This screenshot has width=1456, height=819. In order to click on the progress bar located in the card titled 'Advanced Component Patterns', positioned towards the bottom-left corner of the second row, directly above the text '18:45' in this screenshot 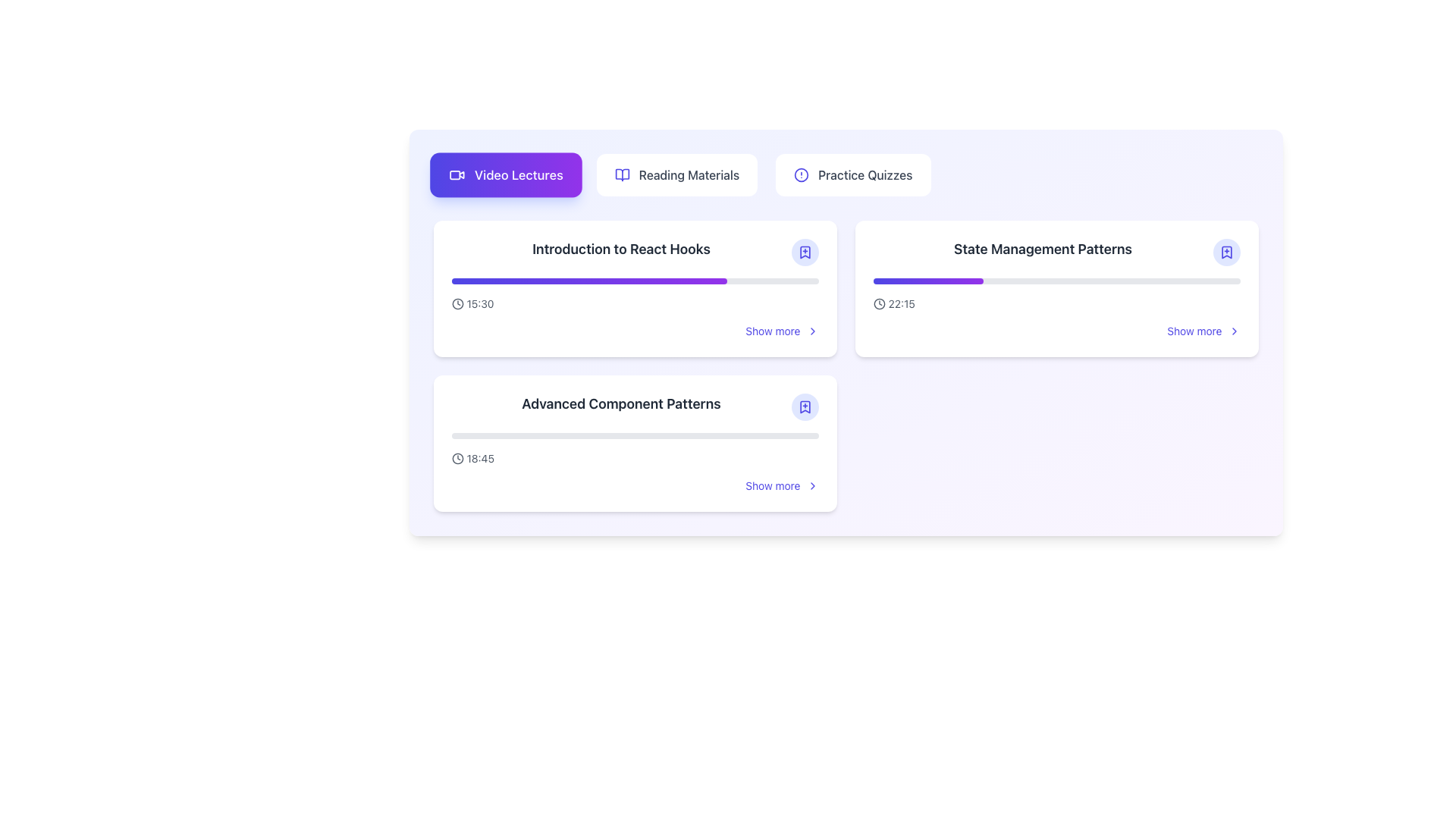, I will do `click(635, 435)`.